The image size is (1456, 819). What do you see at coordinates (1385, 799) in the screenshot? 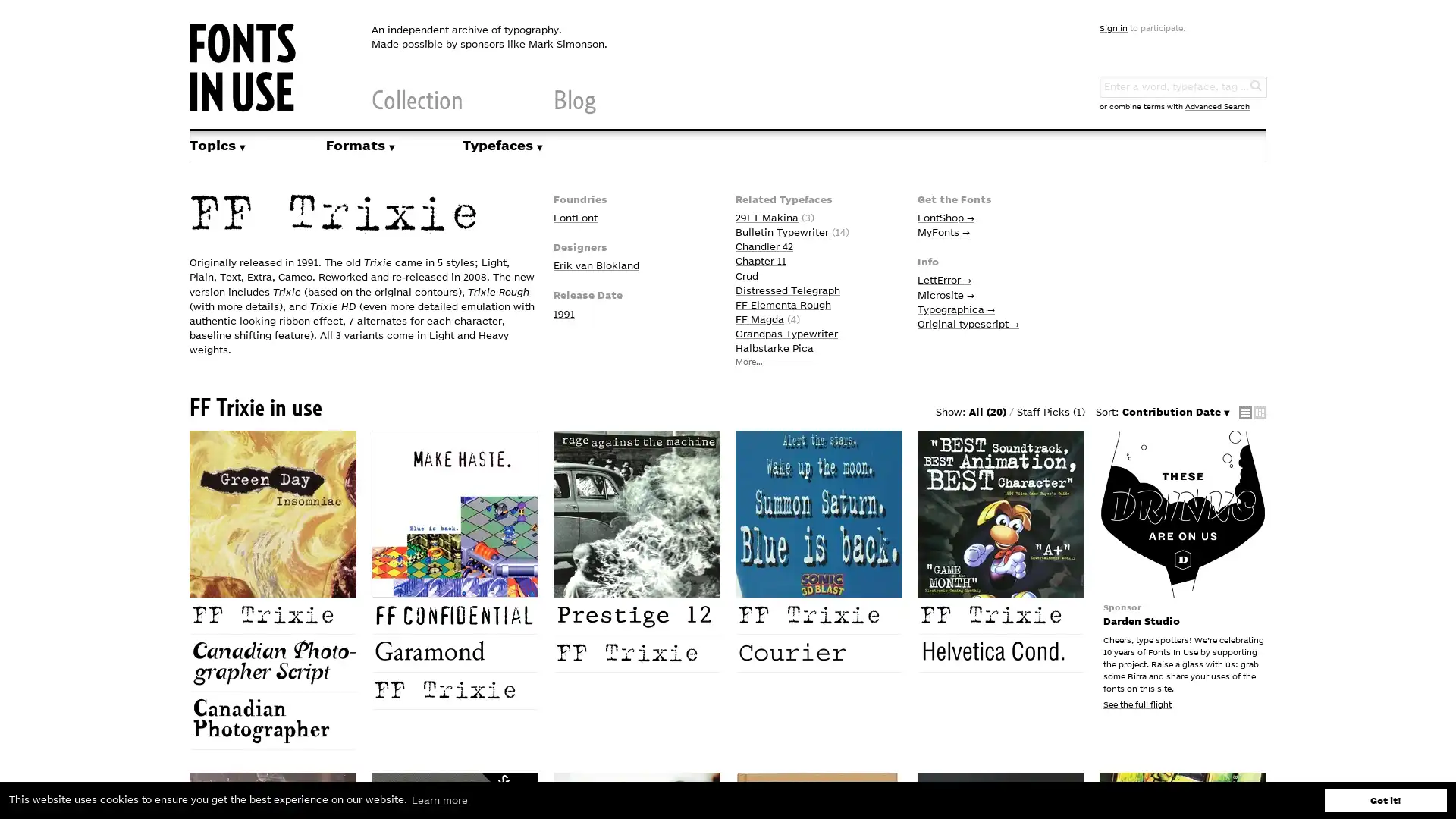
I see `dismiss cookie message` at bounding box center [1385, 799].